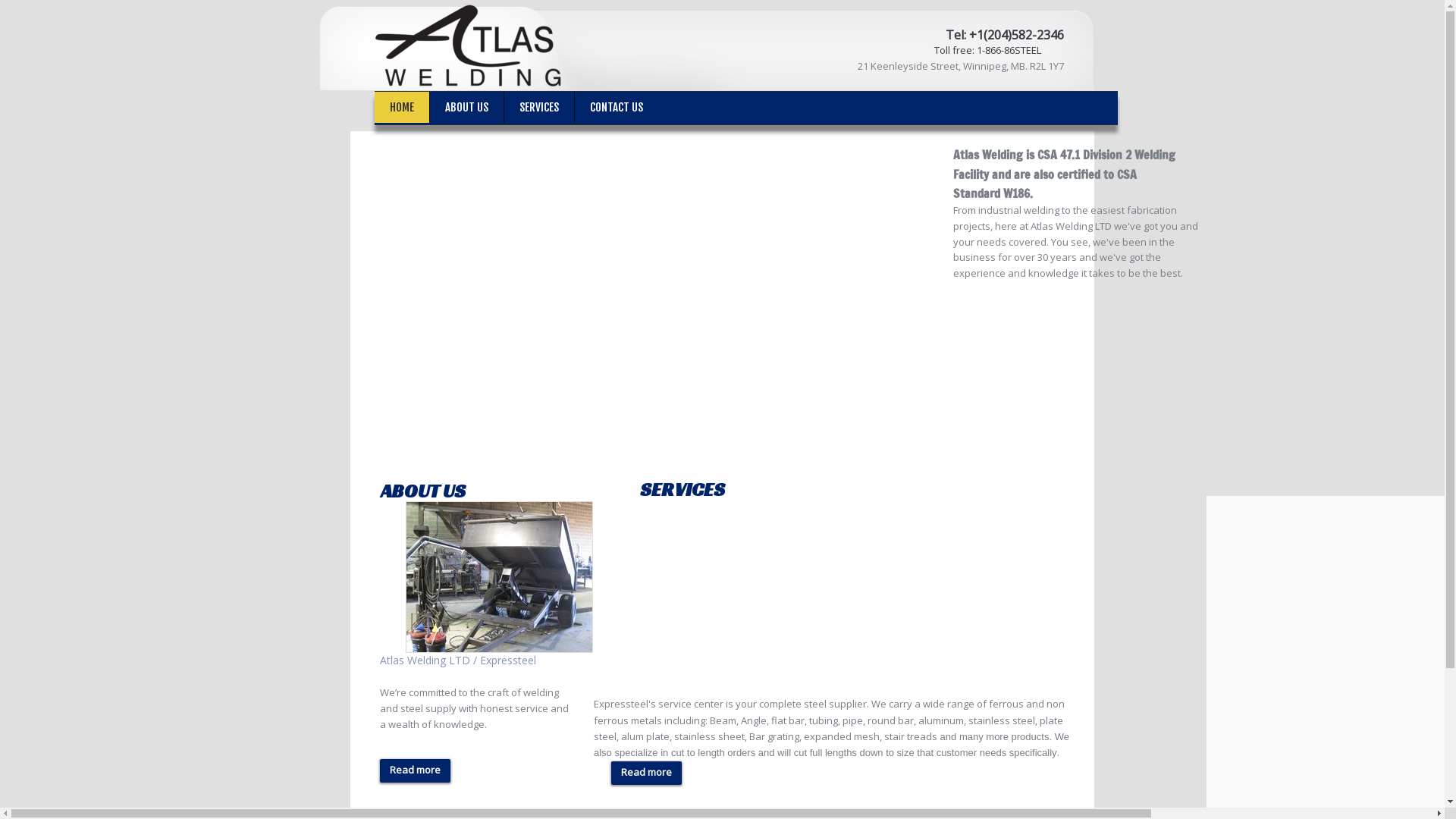 Image resolution: width=1456 pixels, height=819 pixels. I want to click on 'HOME', so click(401, 106).